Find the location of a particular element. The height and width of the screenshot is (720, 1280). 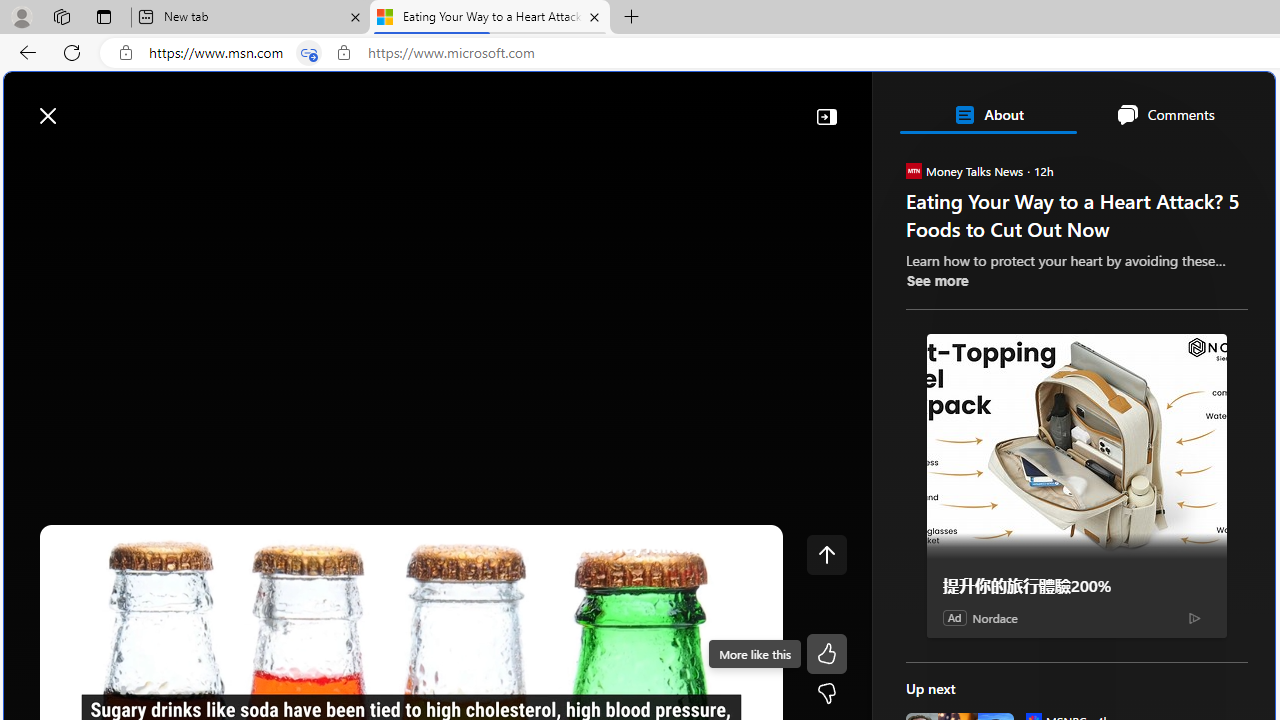

'Collapse' is located at coordinates (826, 115).